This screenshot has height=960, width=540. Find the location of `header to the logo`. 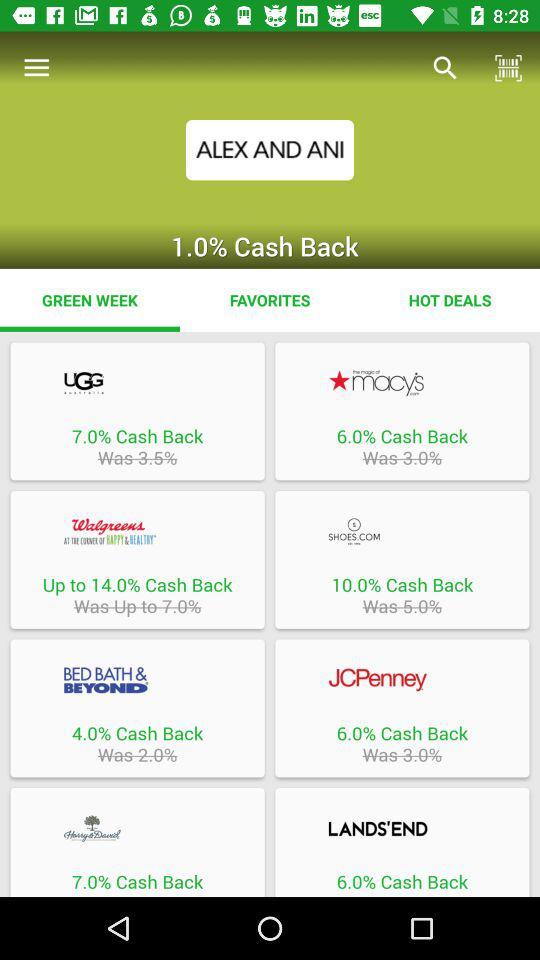

header to the logo is located at coordinates (136, 382).